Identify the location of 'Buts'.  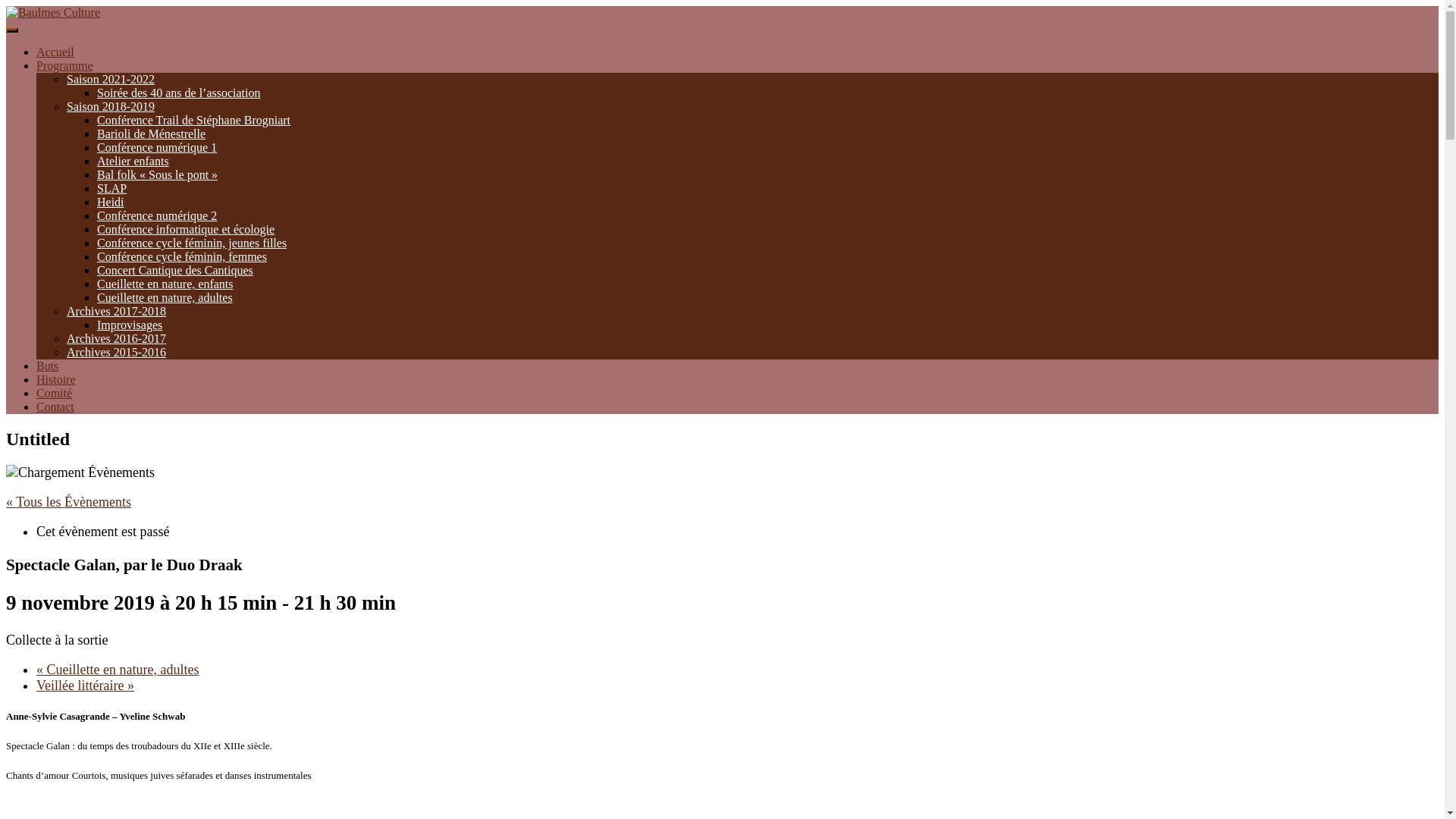
(47, 366).